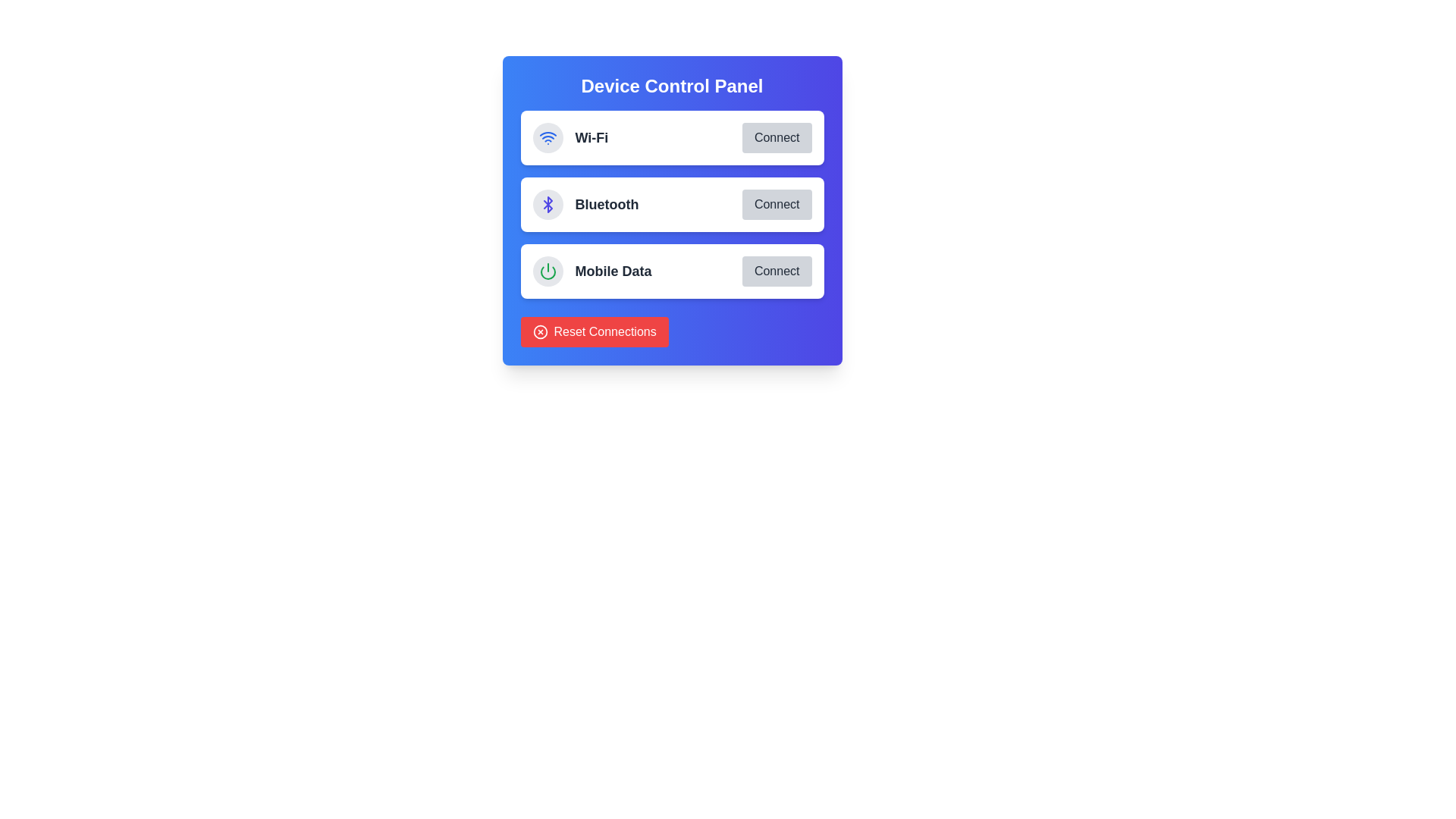 The height and width of the screenshot is (819, 1456). I want to click on the 'Reset Connections' button, which is a rectangular button with a red background and white text, located in the bottom section of the 'Device Control Panel' interface, so click(594, 331).